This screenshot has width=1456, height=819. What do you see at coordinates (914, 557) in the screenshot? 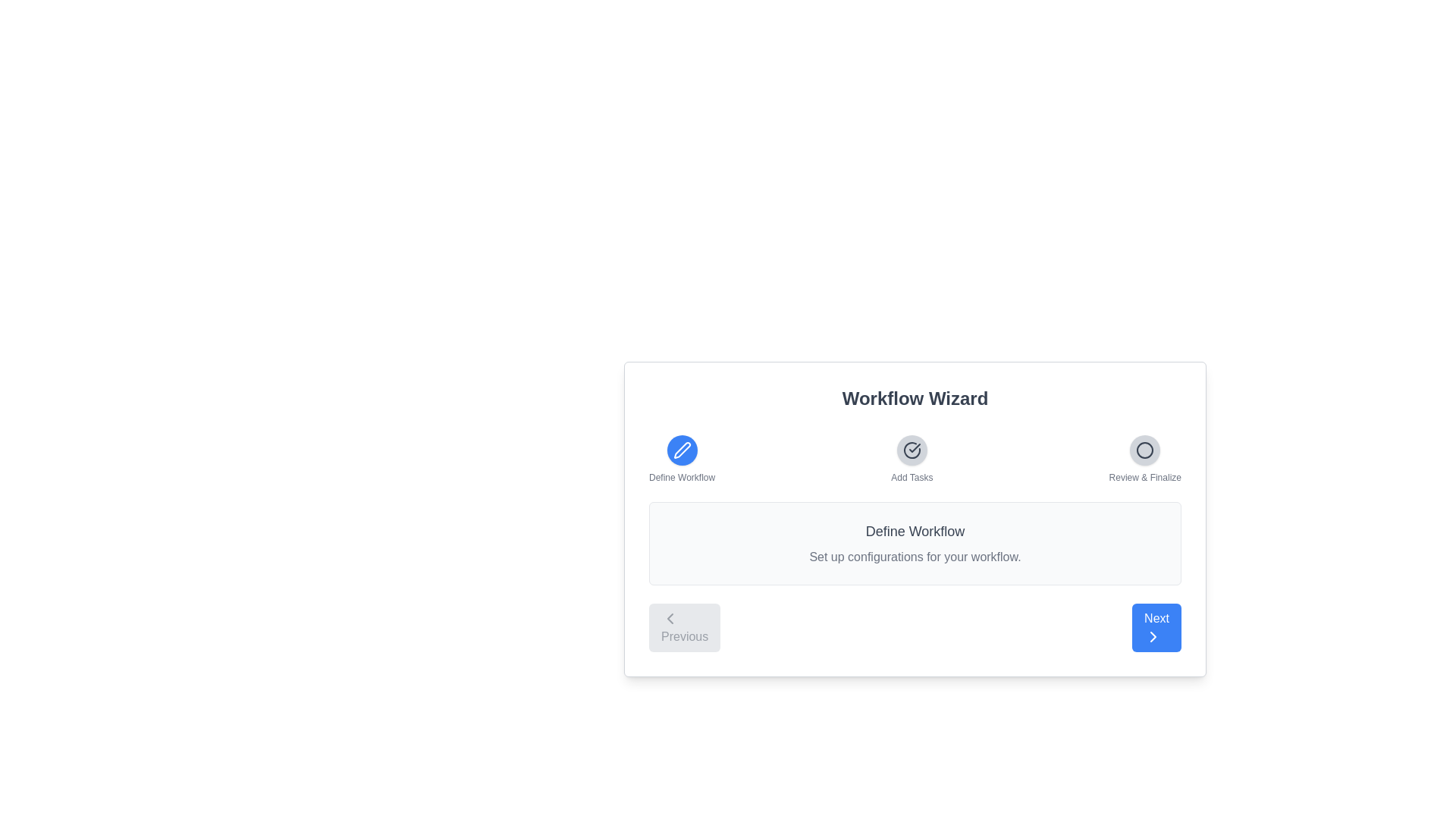
I see `text label displaying 'Set up configurations for your workflow.' located below the 'Define Workflow' header within a light gray panel` at bounding box center [914, 557].